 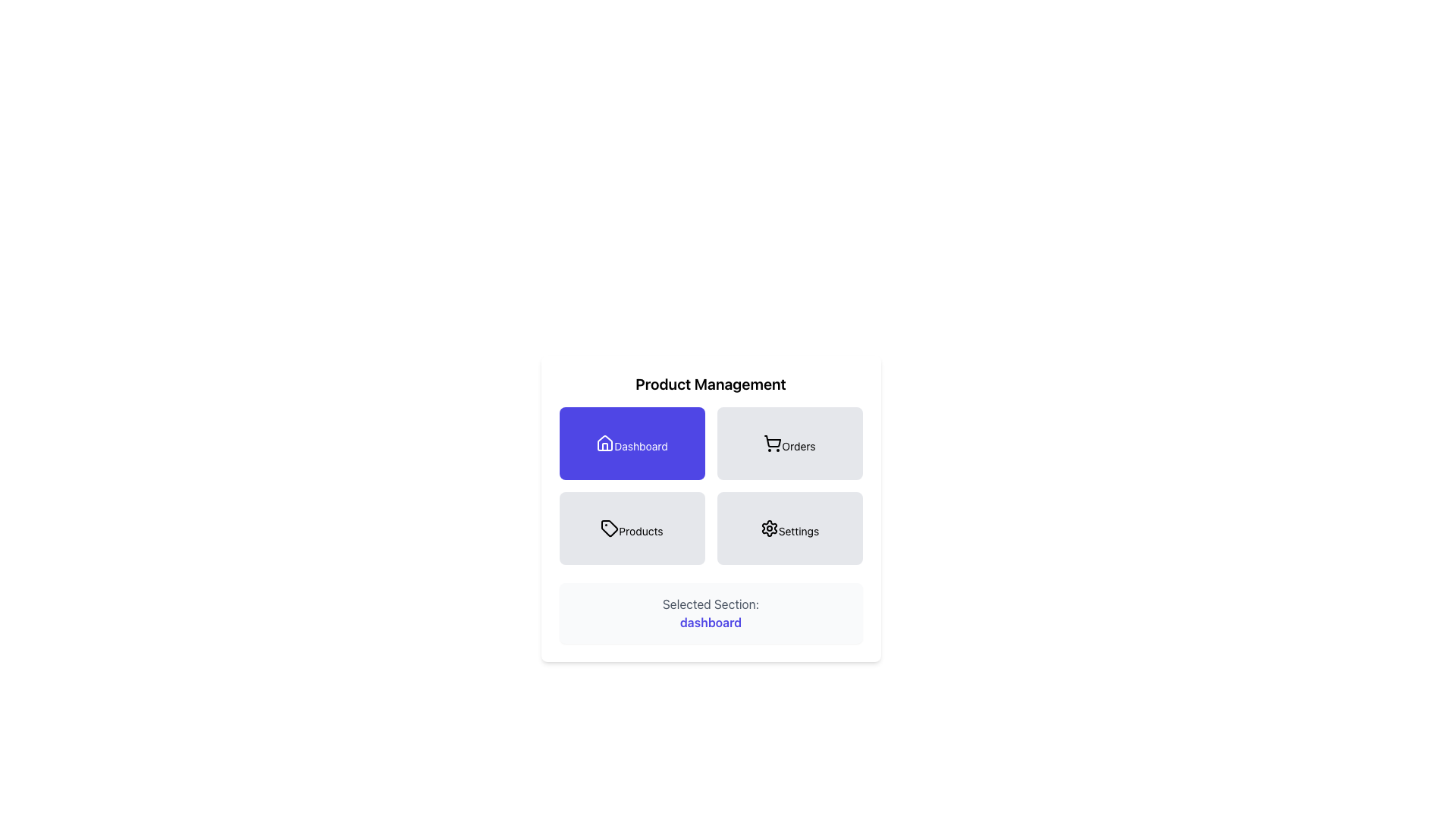 I want to click on the 'Products' button located in the bottom-left cell of the grid under 'Product Management' to trigger the hover effect, so click(x=632, y=528).